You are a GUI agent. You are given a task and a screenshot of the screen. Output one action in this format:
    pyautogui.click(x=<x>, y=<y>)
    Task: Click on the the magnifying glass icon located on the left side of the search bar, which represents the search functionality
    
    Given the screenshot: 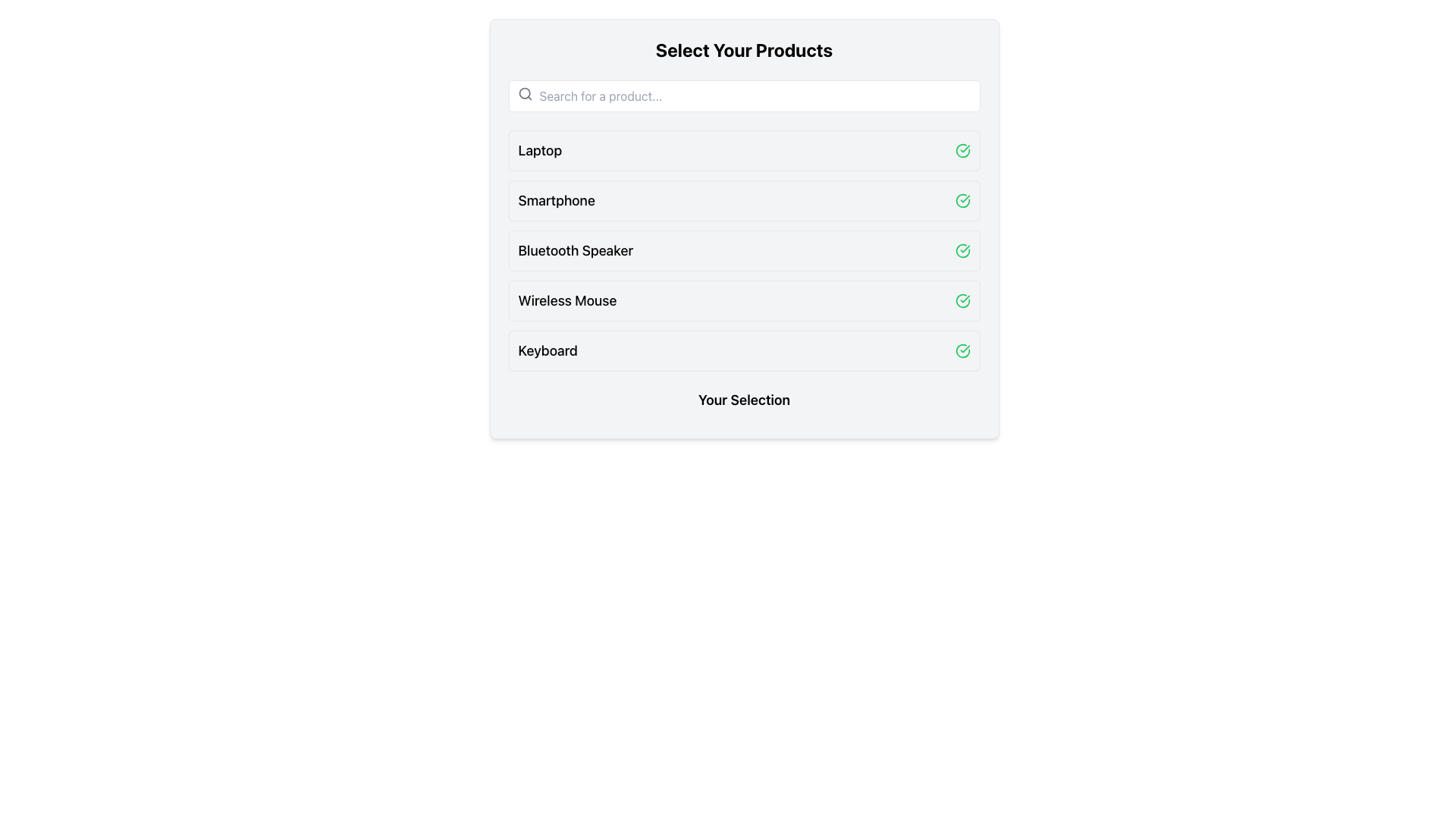 What is the action you would take?
    pyautogui.click(x=525, y=93)
    